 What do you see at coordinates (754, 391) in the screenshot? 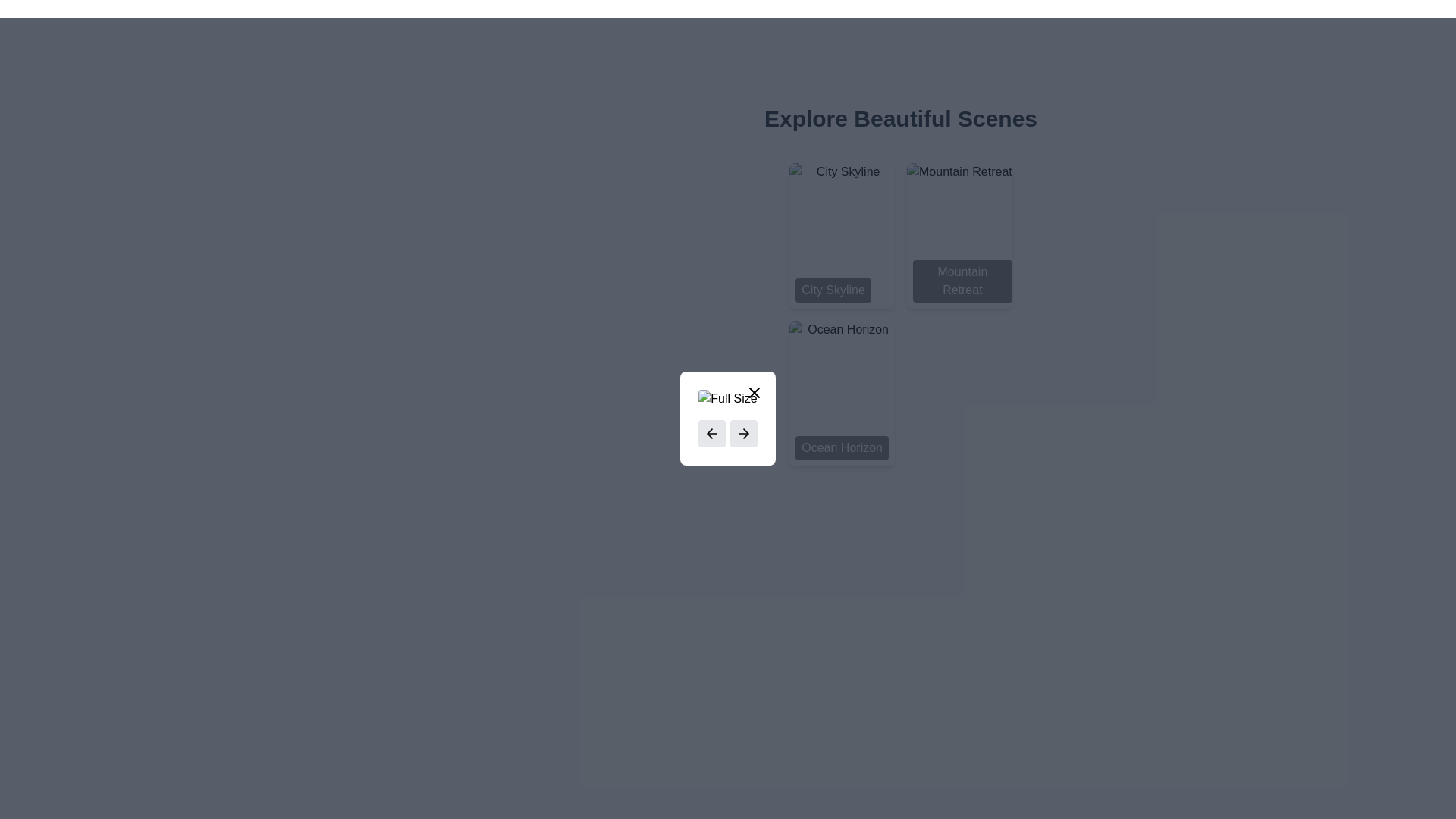
I see `the close button located at the top-right corner of the white rounded box` at bounding box center [754, 391].